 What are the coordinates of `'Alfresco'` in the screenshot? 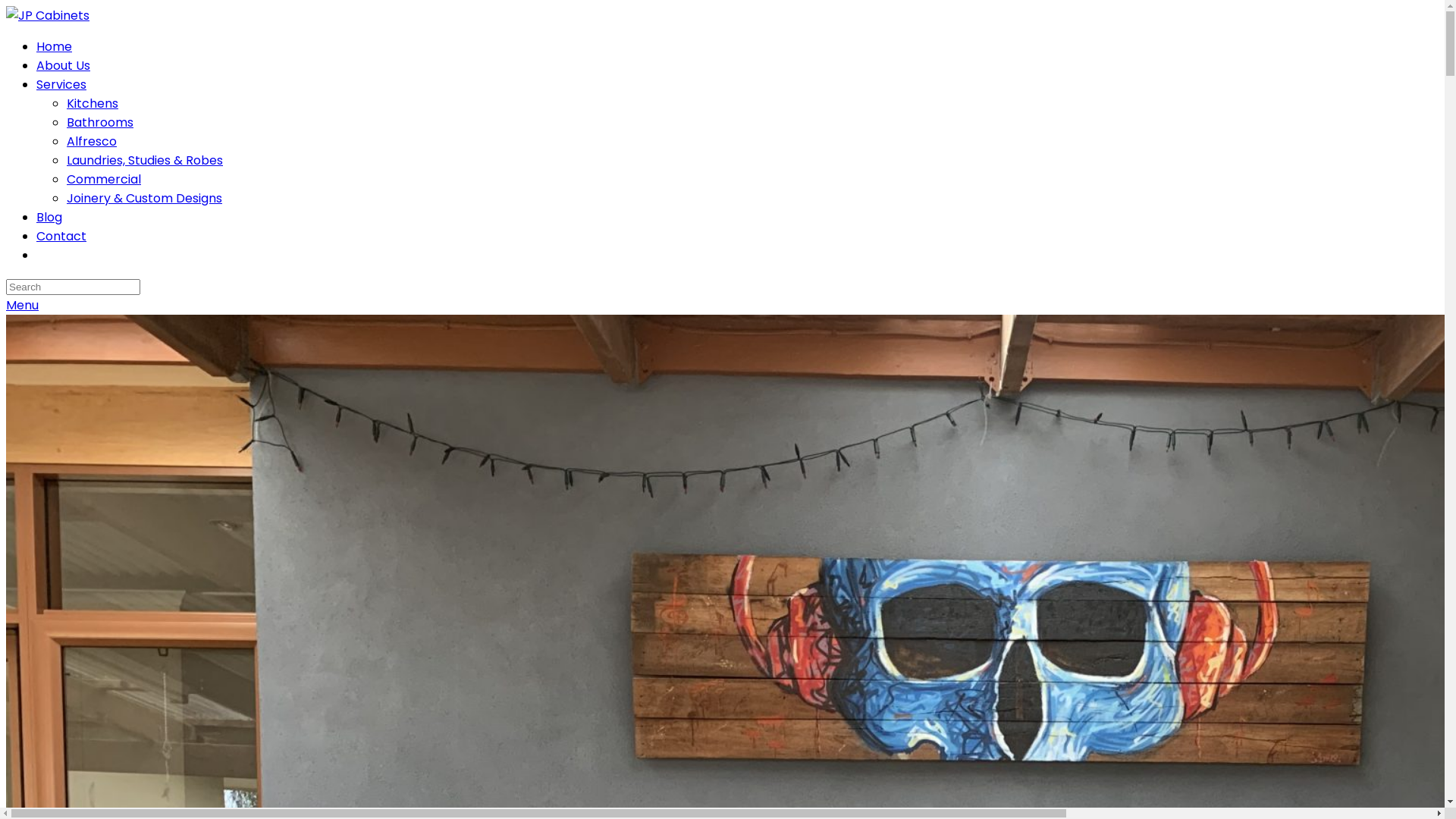 It's located at (90, 141).